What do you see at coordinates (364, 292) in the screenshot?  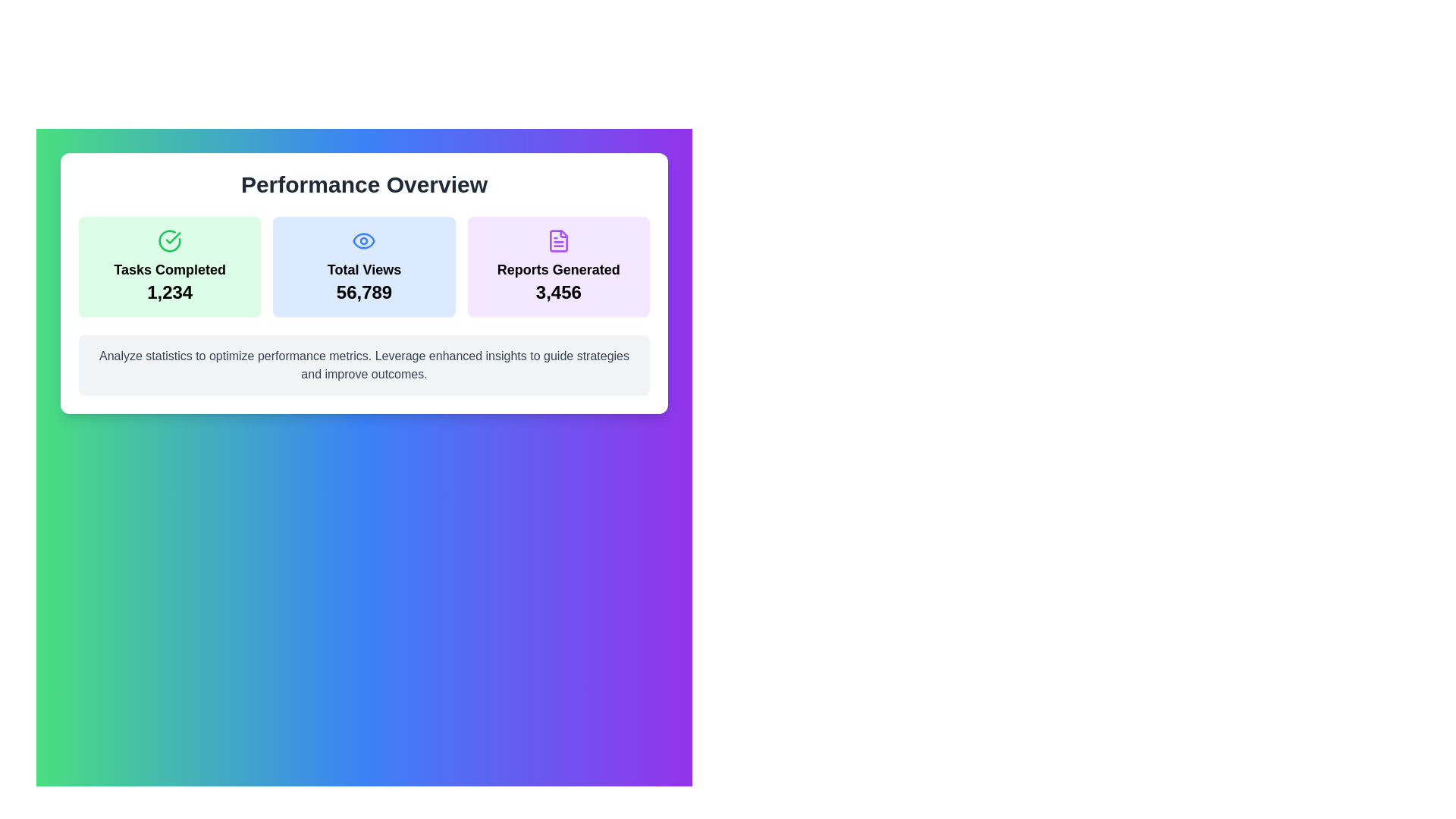 I see `the text display showing the number '56,789' in bold, located at the bottom-center of the blue card labeled 'Total Views'` at bounding box center [364, 292].